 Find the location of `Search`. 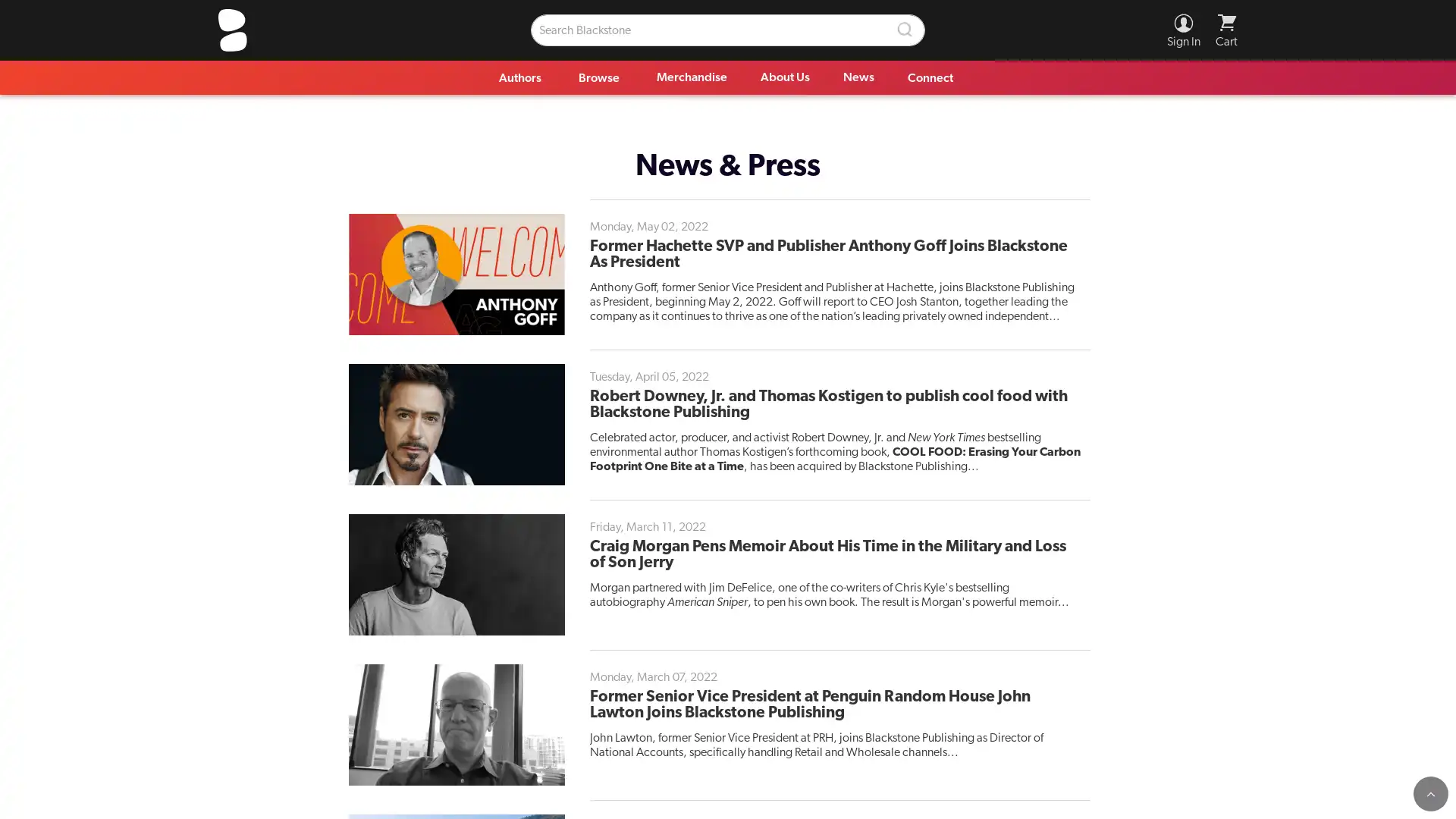

Search is located at coordinates (905, 30).